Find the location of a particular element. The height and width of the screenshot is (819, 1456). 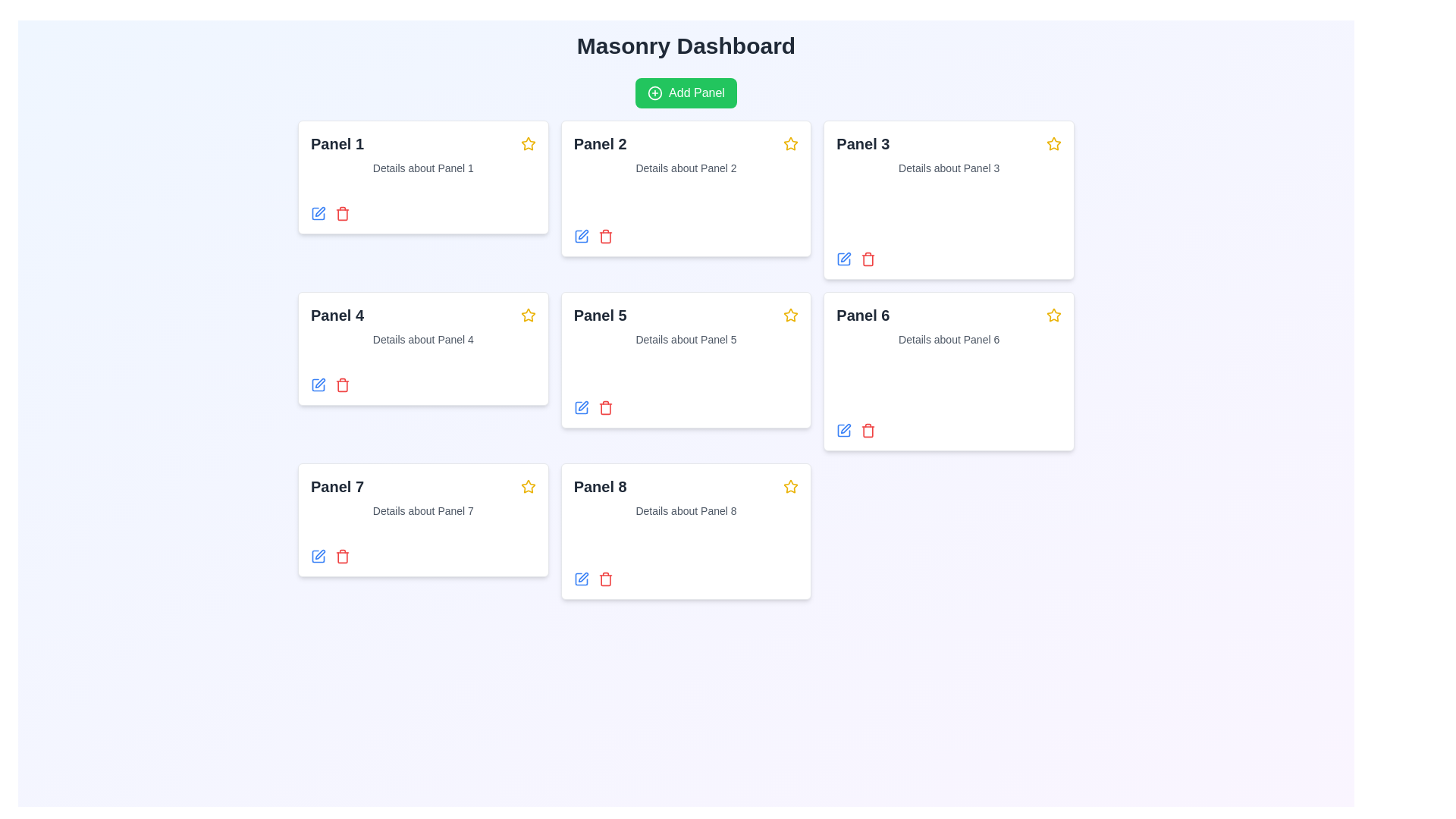

the Icon button in the action bar of 'Panel 3' to change its color is located at coordinates (843, 259).